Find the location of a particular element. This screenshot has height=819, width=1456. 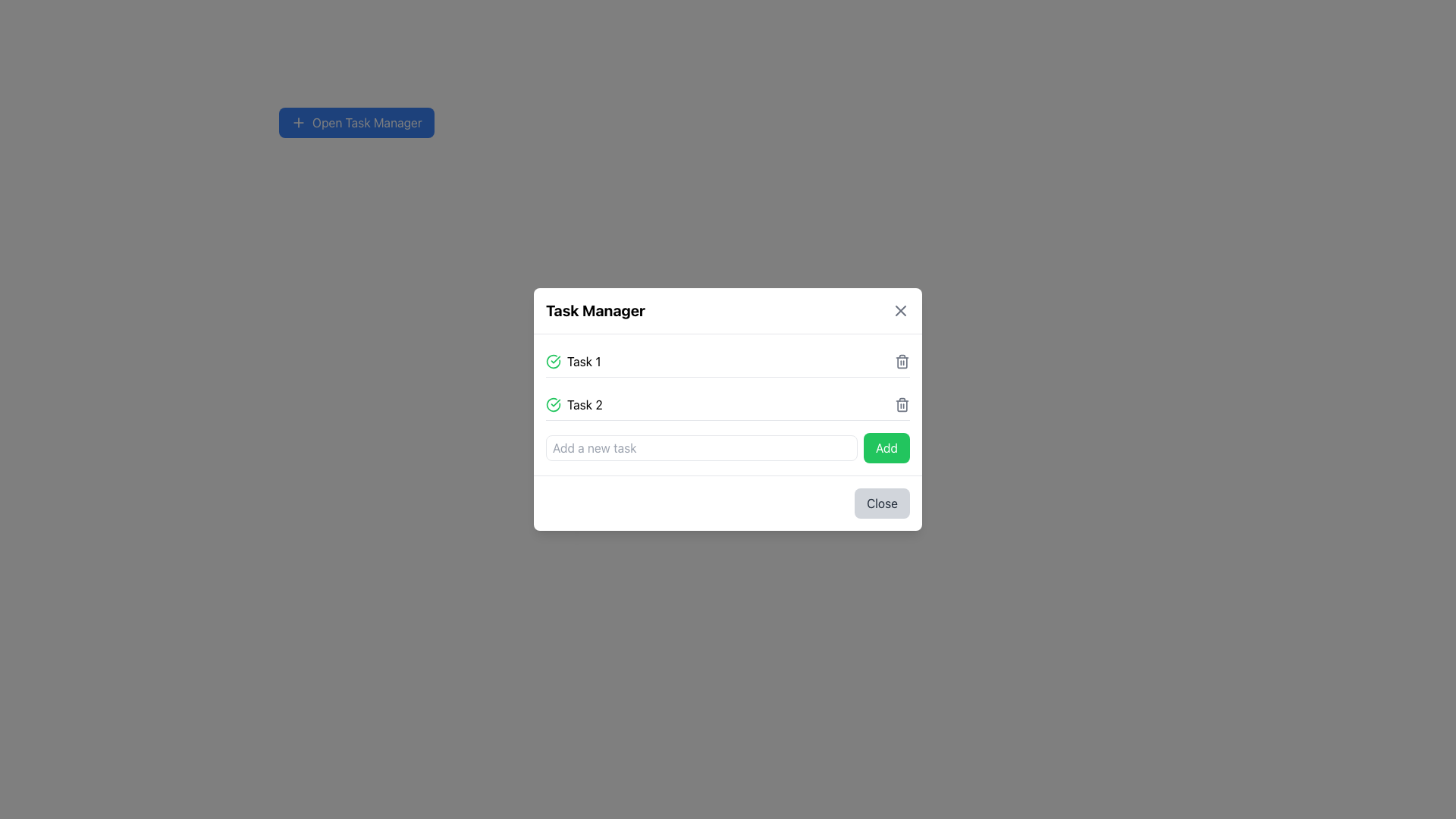

text label displaying 'Task 2' located in the second row of the task list in the 'Task Manager' dialogue, positioned under 'Task 1' and above the input field for adding a new task is located at coordinates (573, 403).